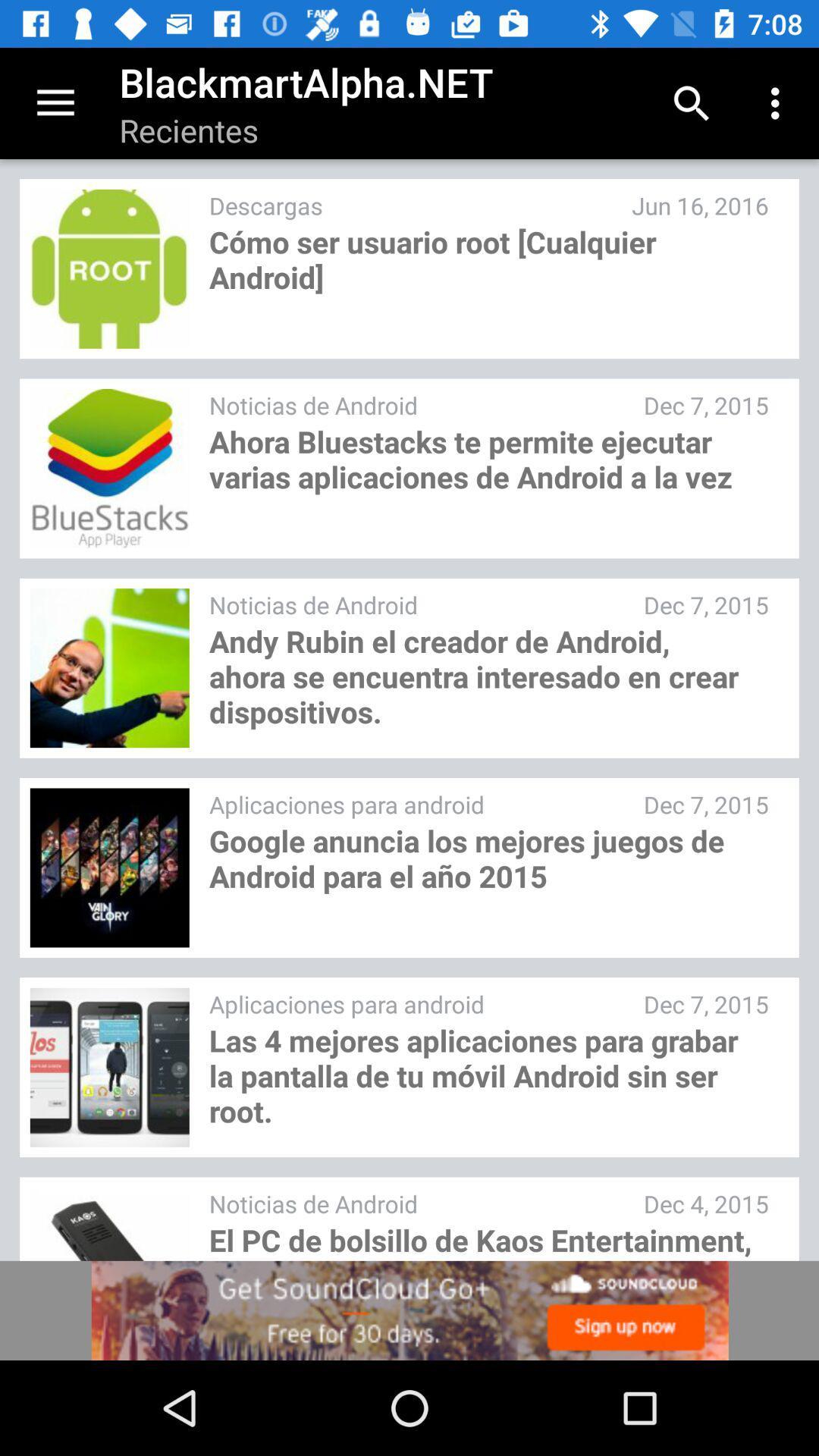  Describe the element at coordinates (409, 1310) in the screenshot. I see `open advertisement` at that location.